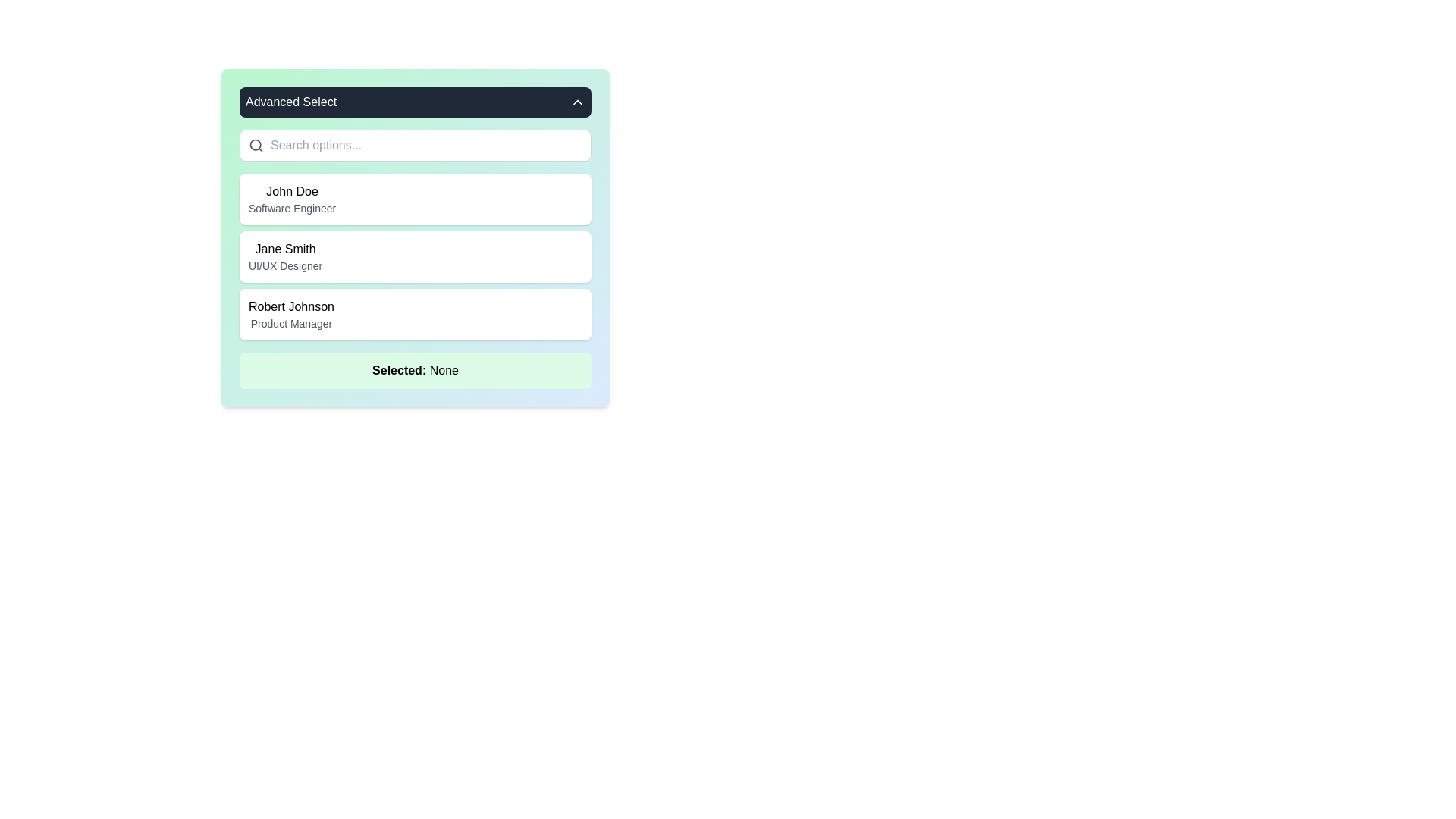 This screenshot has height=819, width=1456. What do you see at coordinates (292, 191) in the screenshot?
I see `text label displaying 'John Doe' which is styled in medium font weight and appears in black color at the top of a selectable item card in the dropdown menu` at bounding box center [292, 191].